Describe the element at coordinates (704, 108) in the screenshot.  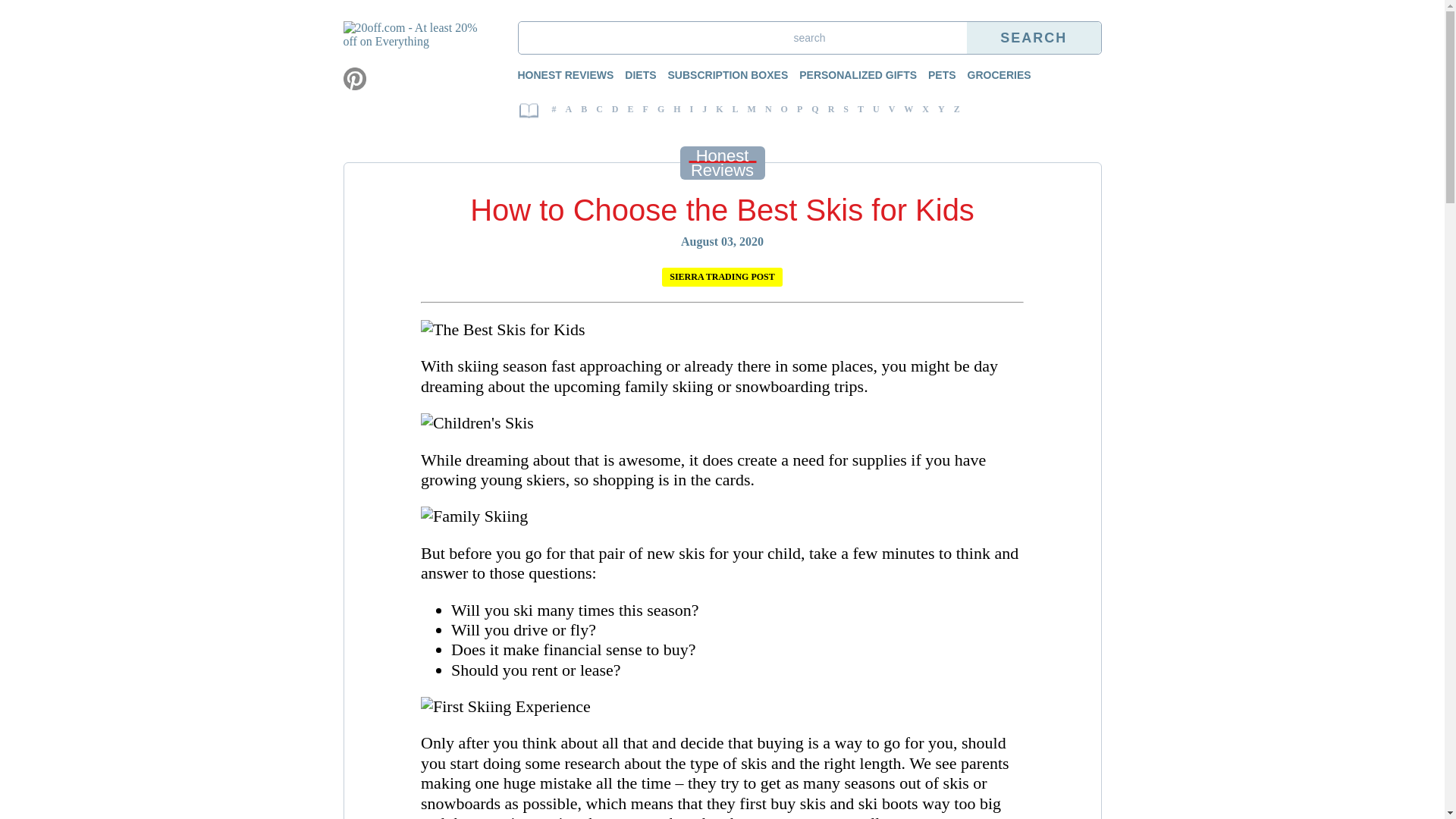
I see `'J'` at that location.